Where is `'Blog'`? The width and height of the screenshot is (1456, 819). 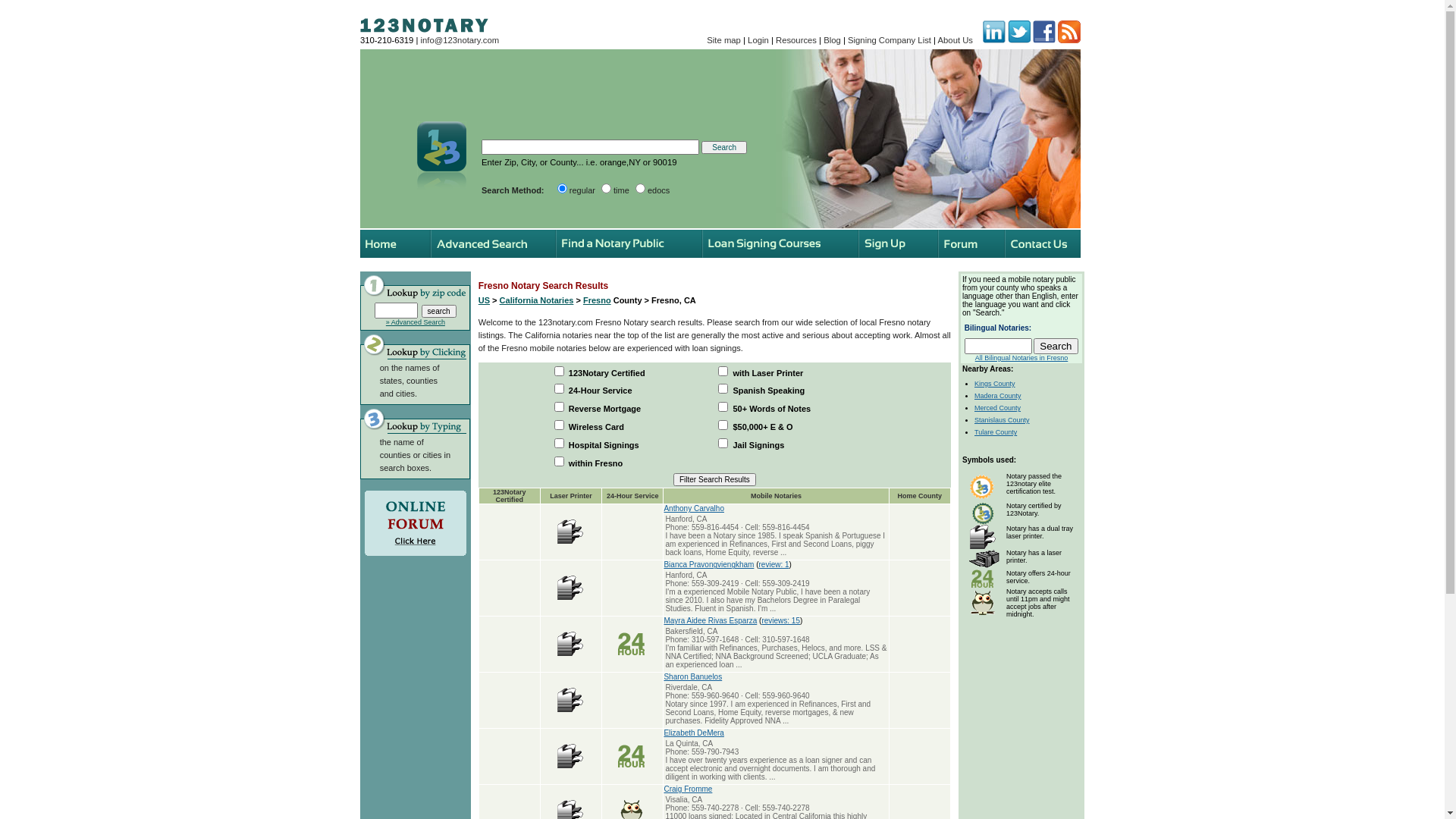 'Blog' is located at coordinates (822, 39).